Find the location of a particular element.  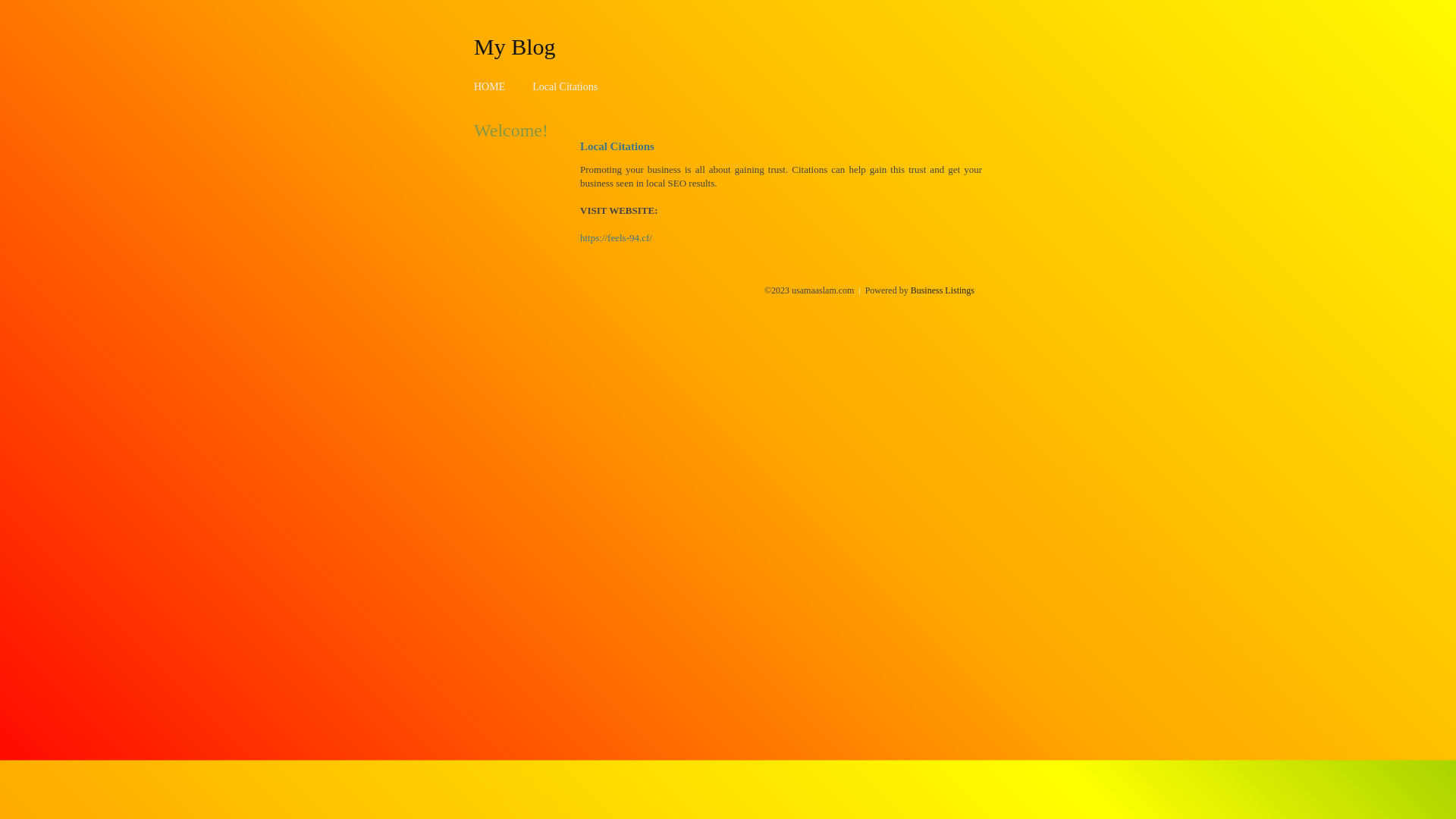

'Local Citations' is located at coordinates (563, 86).